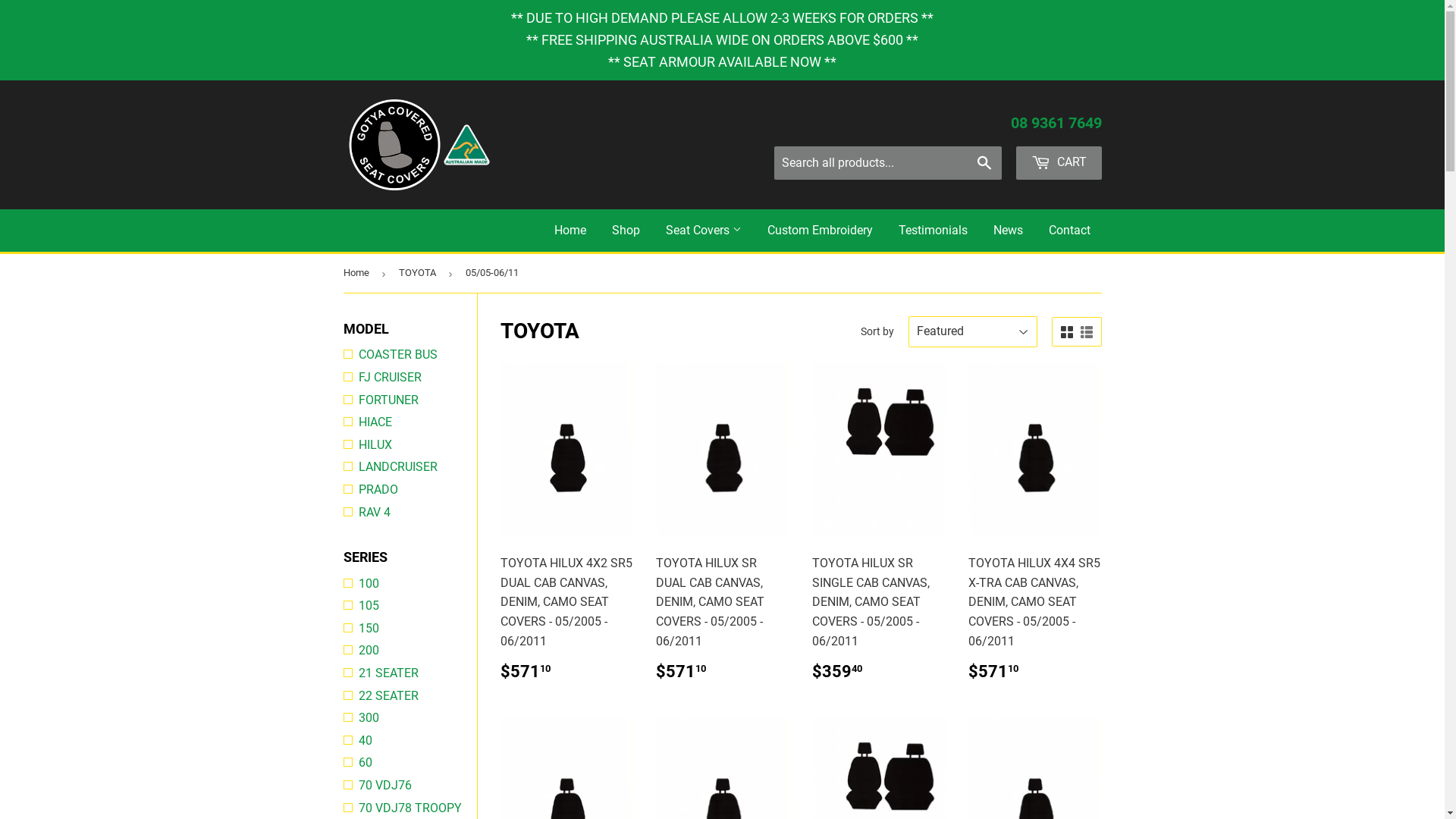  I want to click on 'Home', so click(570, 231).